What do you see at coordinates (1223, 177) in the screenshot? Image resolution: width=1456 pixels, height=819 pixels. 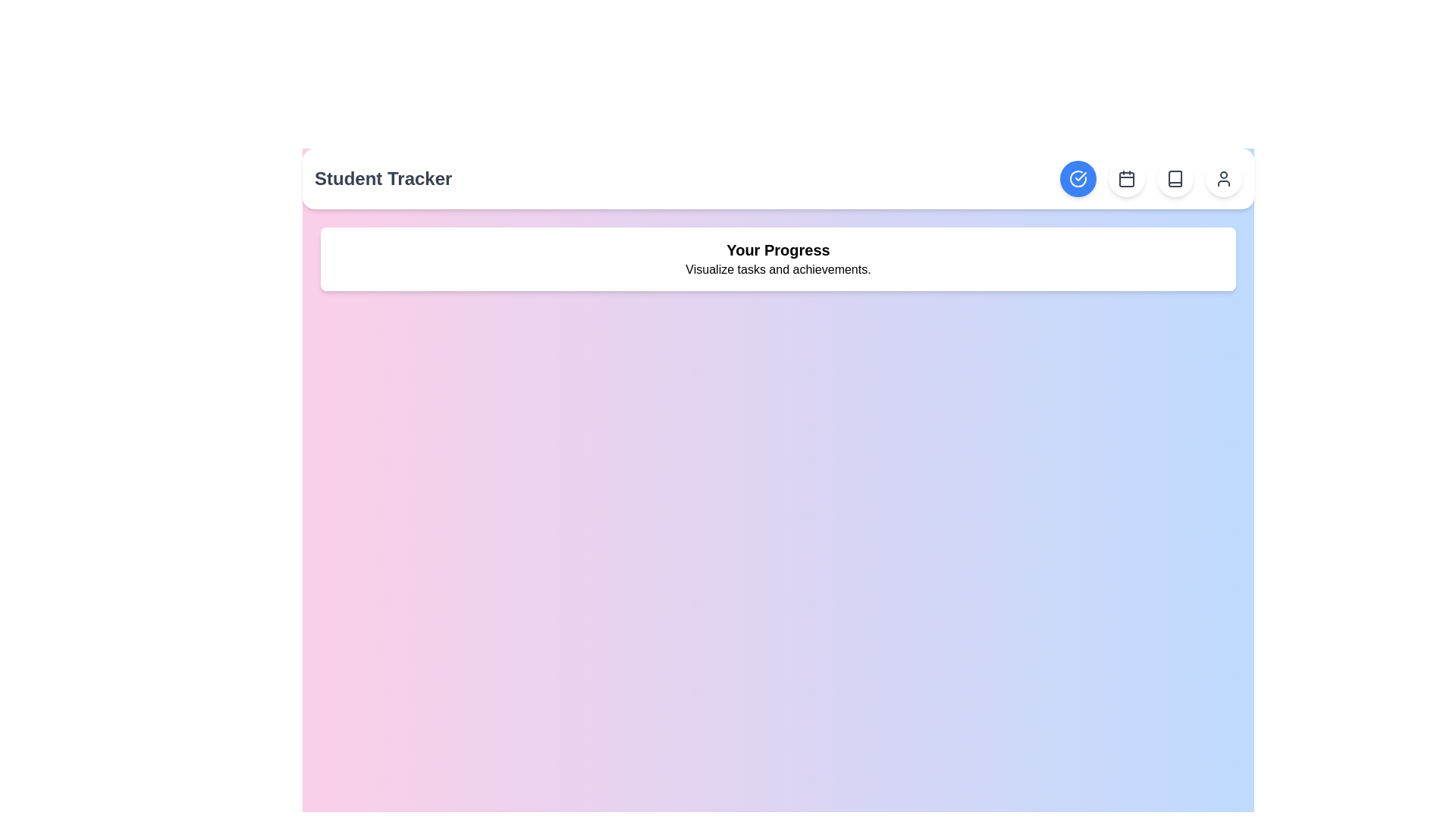 I see `the button containing the user profile icon, which is the fourth button in the top-right corner of the header section` at bounding box center [1223, 177].